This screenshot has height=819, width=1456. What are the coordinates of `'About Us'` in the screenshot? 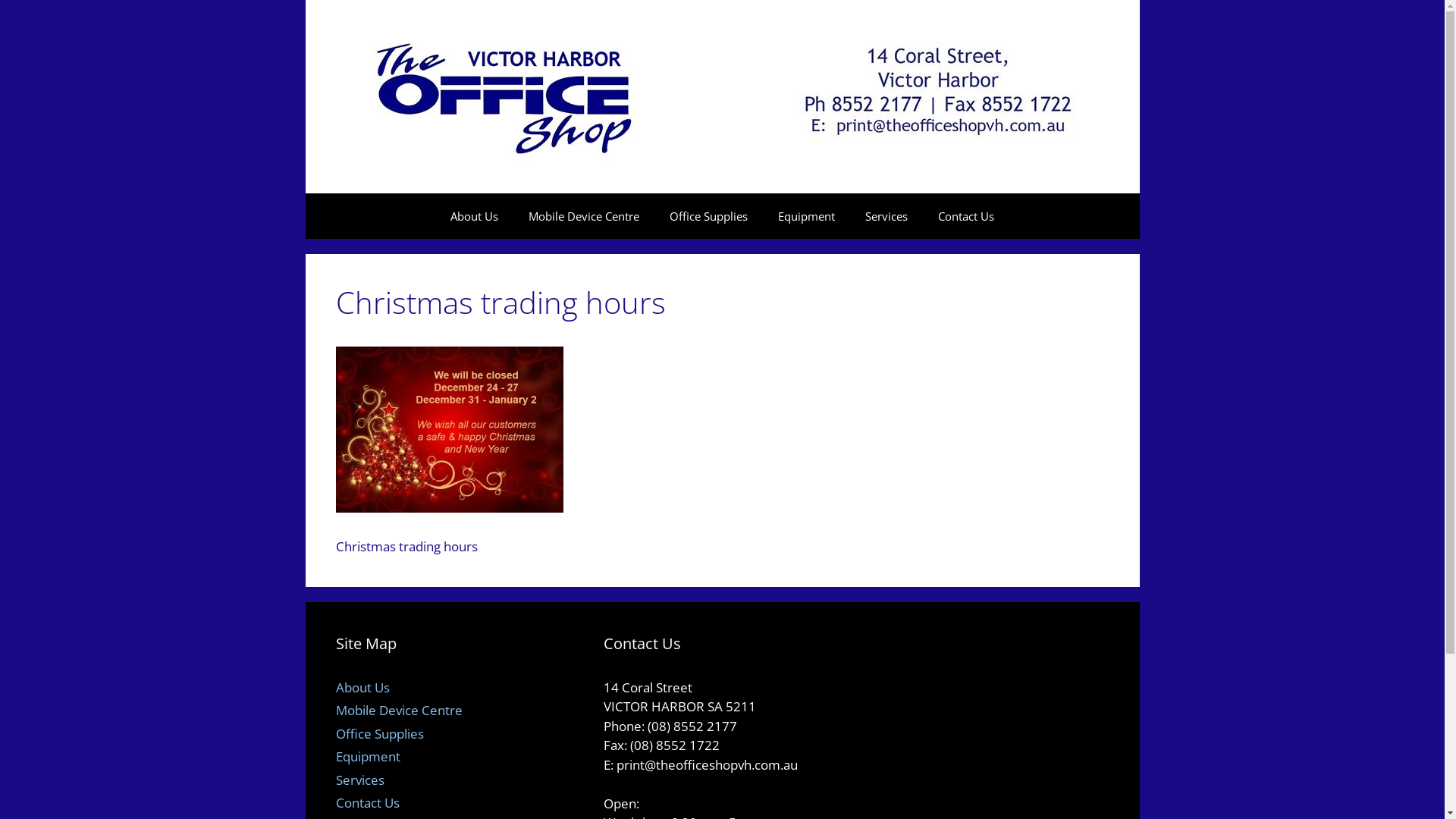 It's located at (473, 216).